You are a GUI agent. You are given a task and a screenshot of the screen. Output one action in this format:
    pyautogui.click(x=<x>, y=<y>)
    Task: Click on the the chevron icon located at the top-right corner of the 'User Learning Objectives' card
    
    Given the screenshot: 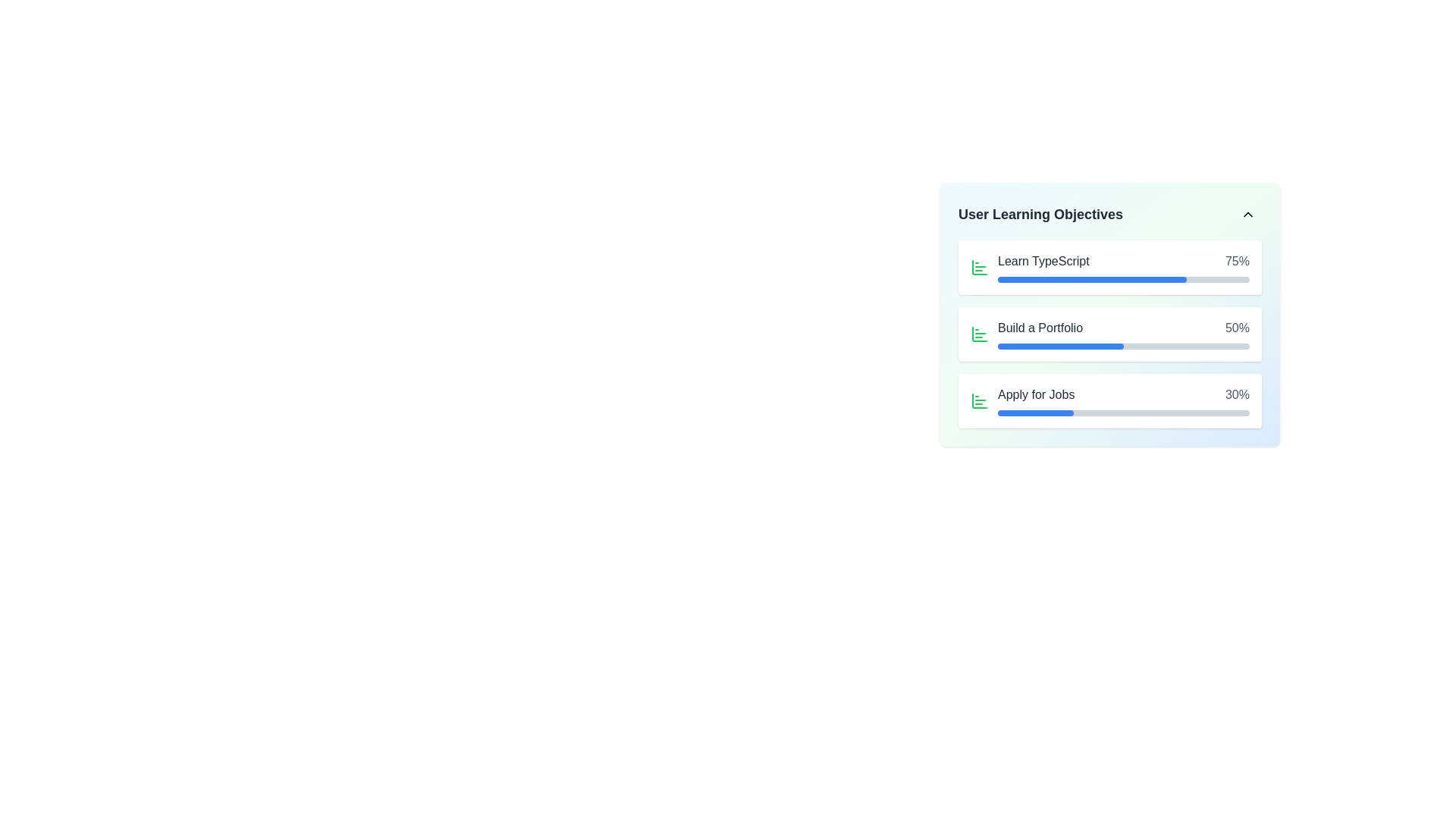 What is the action you would take?
    pyautogui.click(x=1248, y=214)
    